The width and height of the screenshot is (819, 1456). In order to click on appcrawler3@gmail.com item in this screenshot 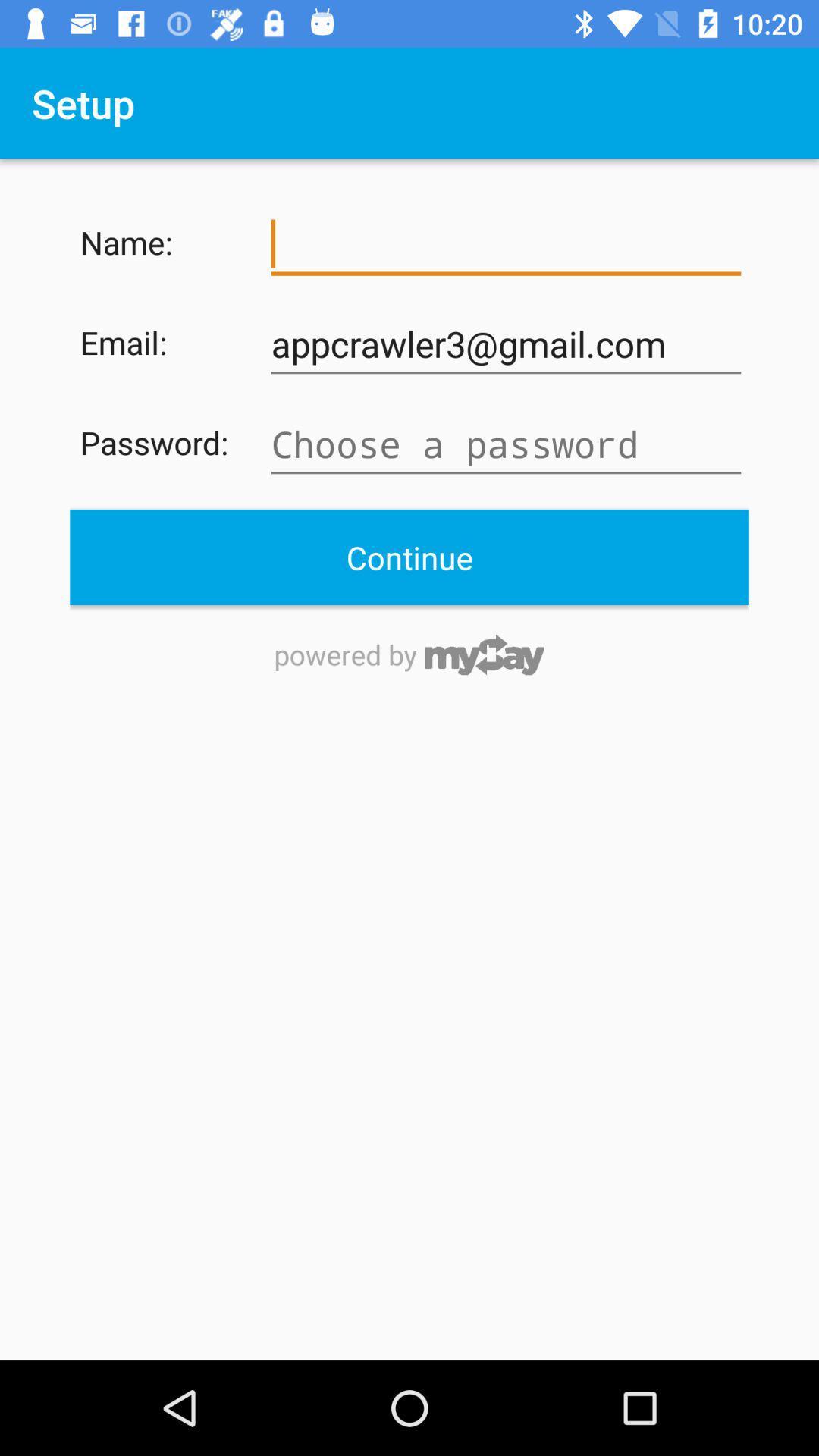, I will do `click(506, 344)`.